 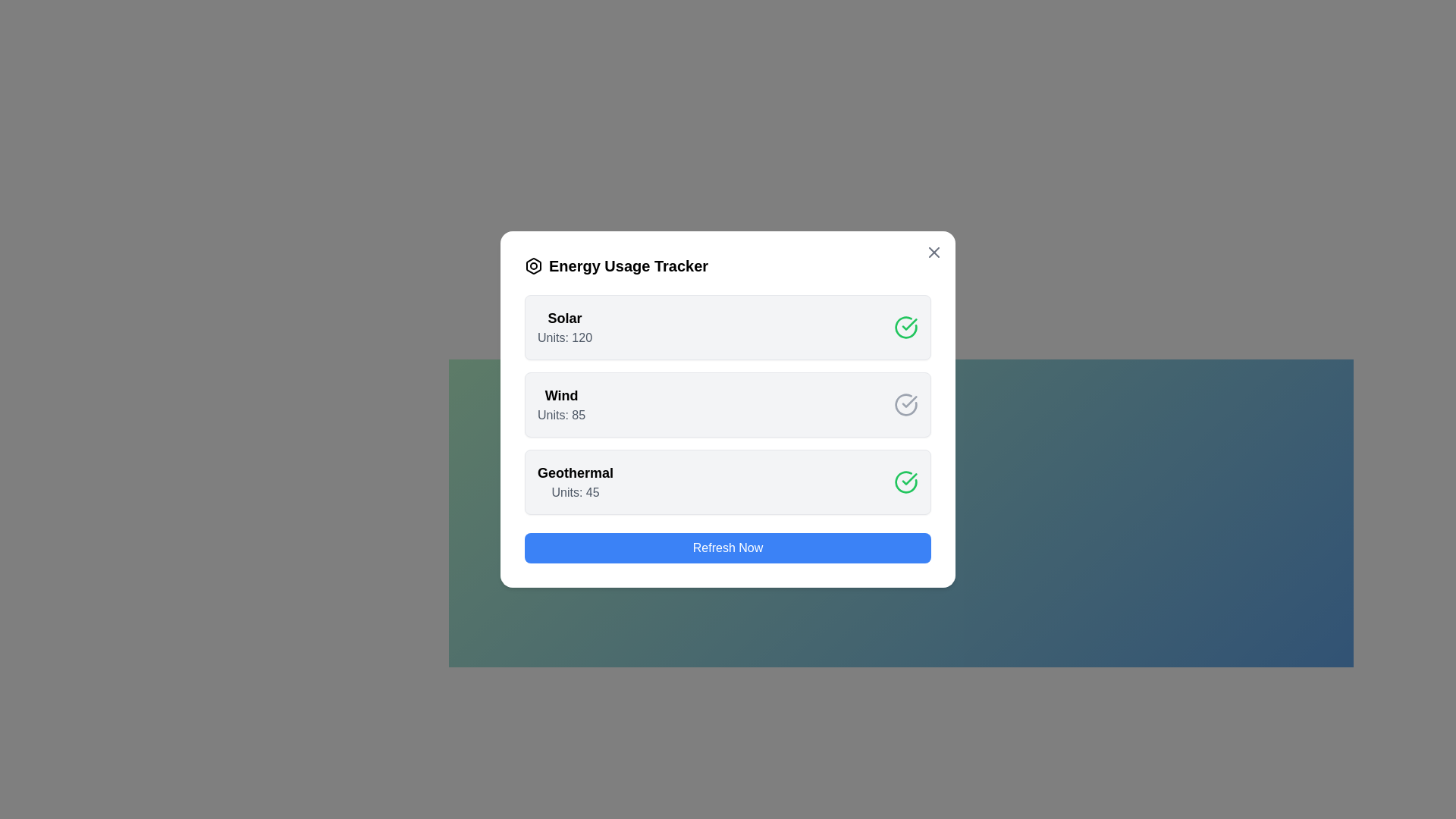 What do you see at coordinates (909, 479) in the screenshot?
I see `the green checkmark icon located on the right-hand side of the 'Solar: Units: 120' row` at bounding box center [909, 479].